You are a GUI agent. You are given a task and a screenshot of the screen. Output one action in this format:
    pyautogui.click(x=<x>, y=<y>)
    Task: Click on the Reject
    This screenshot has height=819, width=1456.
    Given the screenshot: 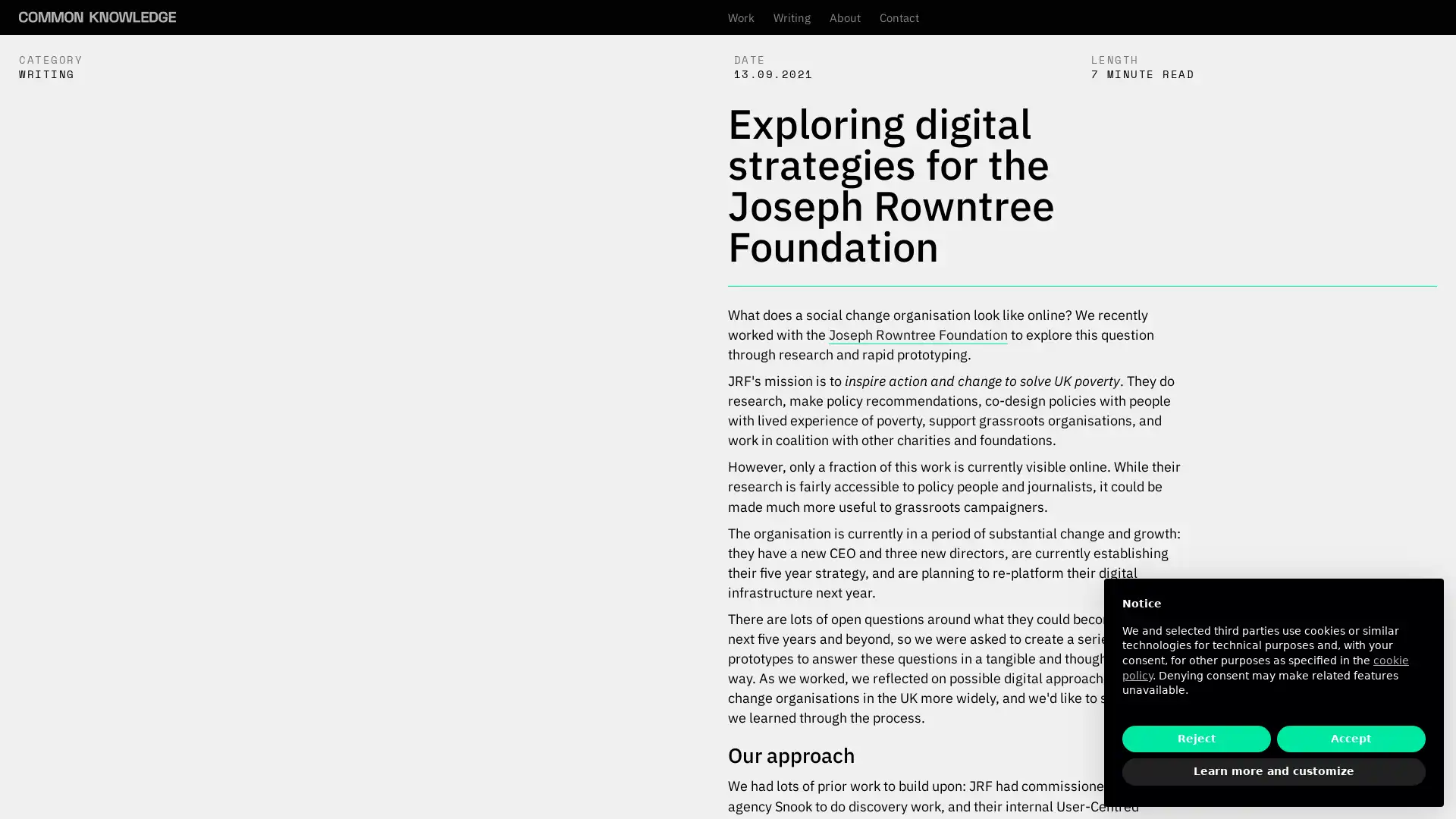 What is the action you would take?
    pyautogui.click(x=1196, y=738)
    